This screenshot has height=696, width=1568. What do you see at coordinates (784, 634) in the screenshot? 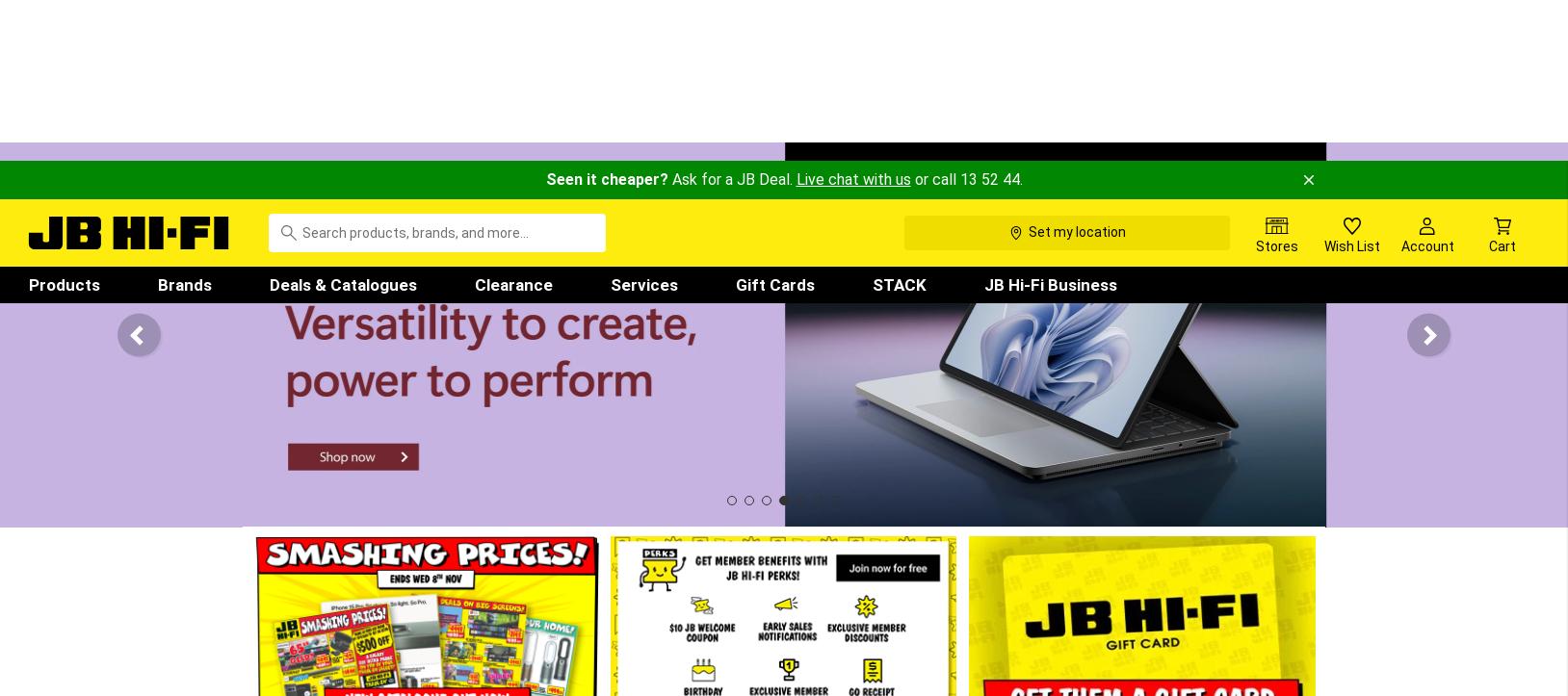
I see `'What's Hot'` at bounding box center [784, 634].